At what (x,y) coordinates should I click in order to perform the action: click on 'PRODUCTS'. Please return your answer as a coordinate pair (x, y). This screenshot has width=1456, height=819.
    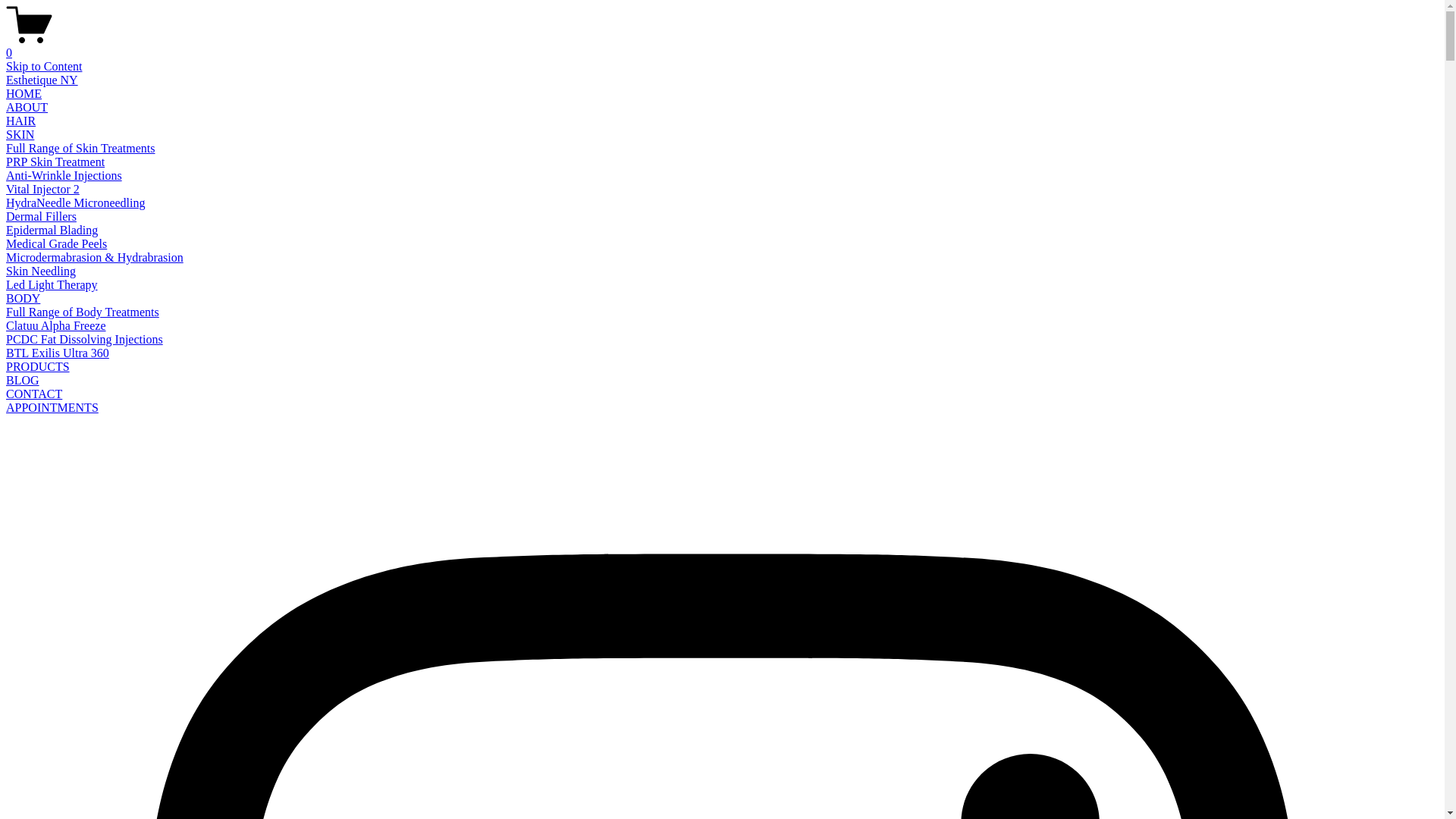
    Looking at the image, I should click on (37, 366).